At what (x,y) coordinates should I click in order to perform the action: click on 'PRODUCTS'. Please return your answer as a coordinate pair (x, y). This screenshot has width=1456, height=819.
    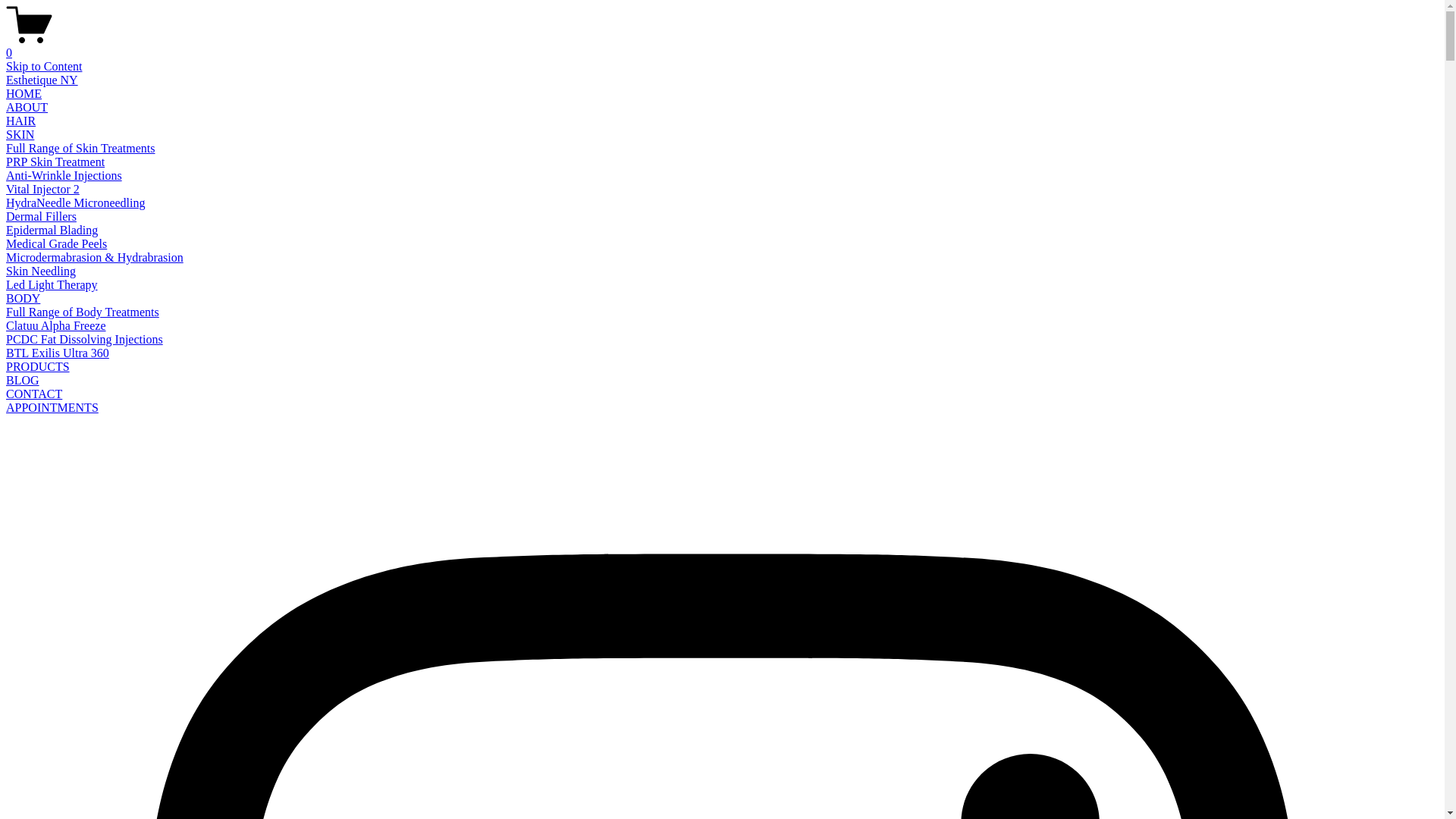
    Looking at the image, I should click on (37, 366).